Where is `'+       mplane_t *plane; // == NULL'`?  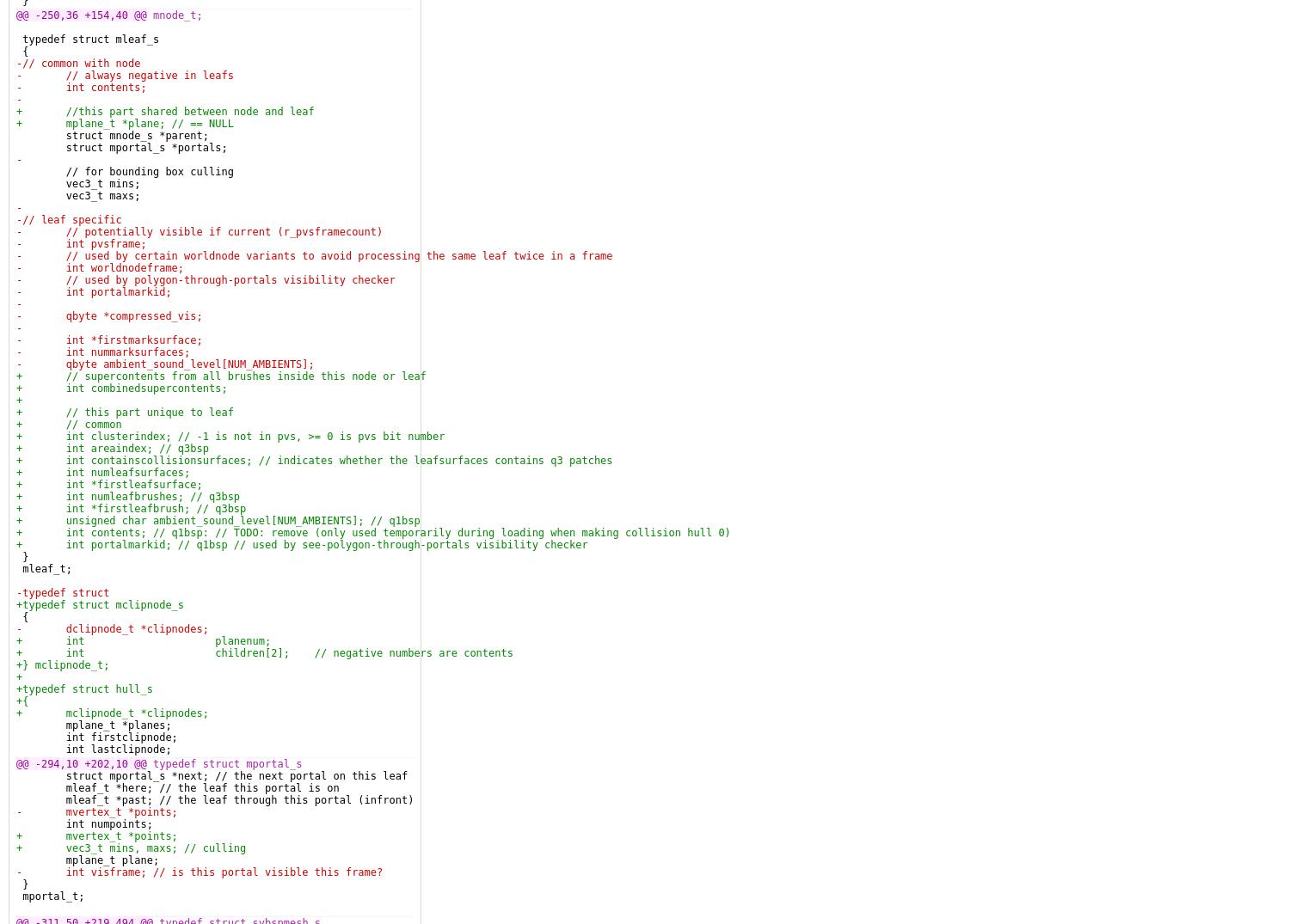
'+       mplane_t *plane; // == NULL' is located at coordinates (125, 123).